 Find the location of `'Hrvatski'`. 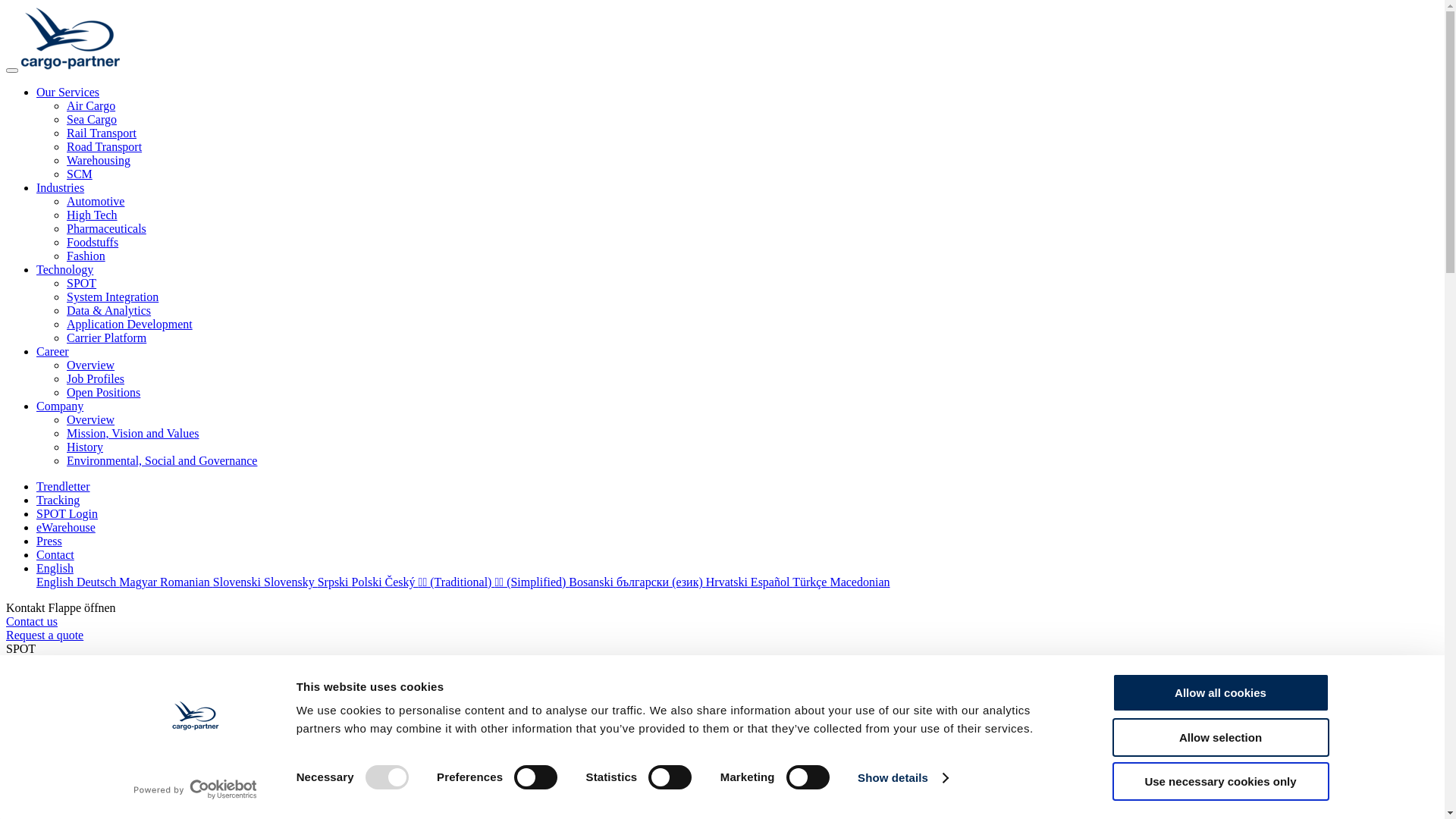

'Hrvatski' is located at coordinates (728, 581).